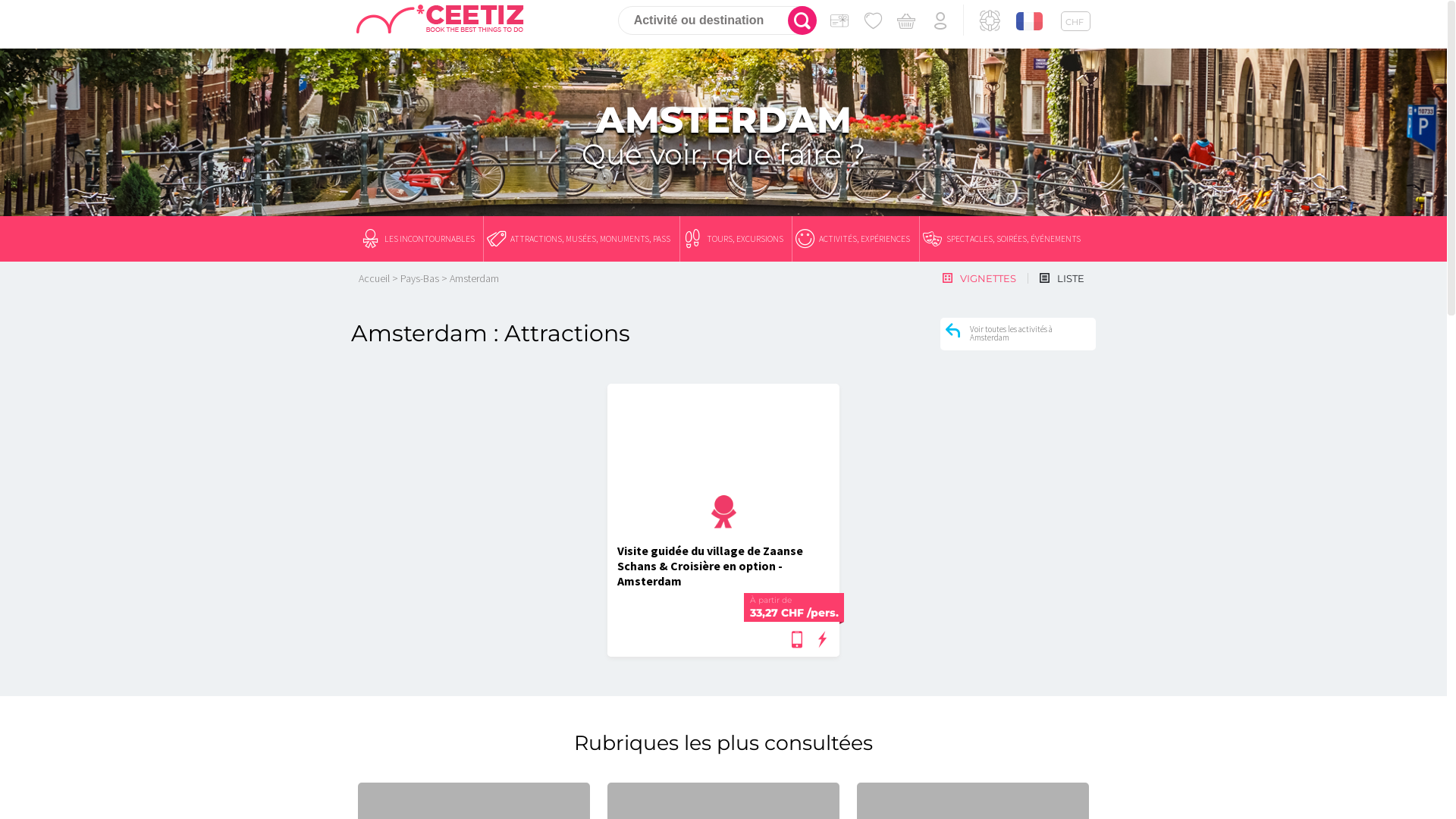  I want to click on 'CHF', so click(1075, 20).